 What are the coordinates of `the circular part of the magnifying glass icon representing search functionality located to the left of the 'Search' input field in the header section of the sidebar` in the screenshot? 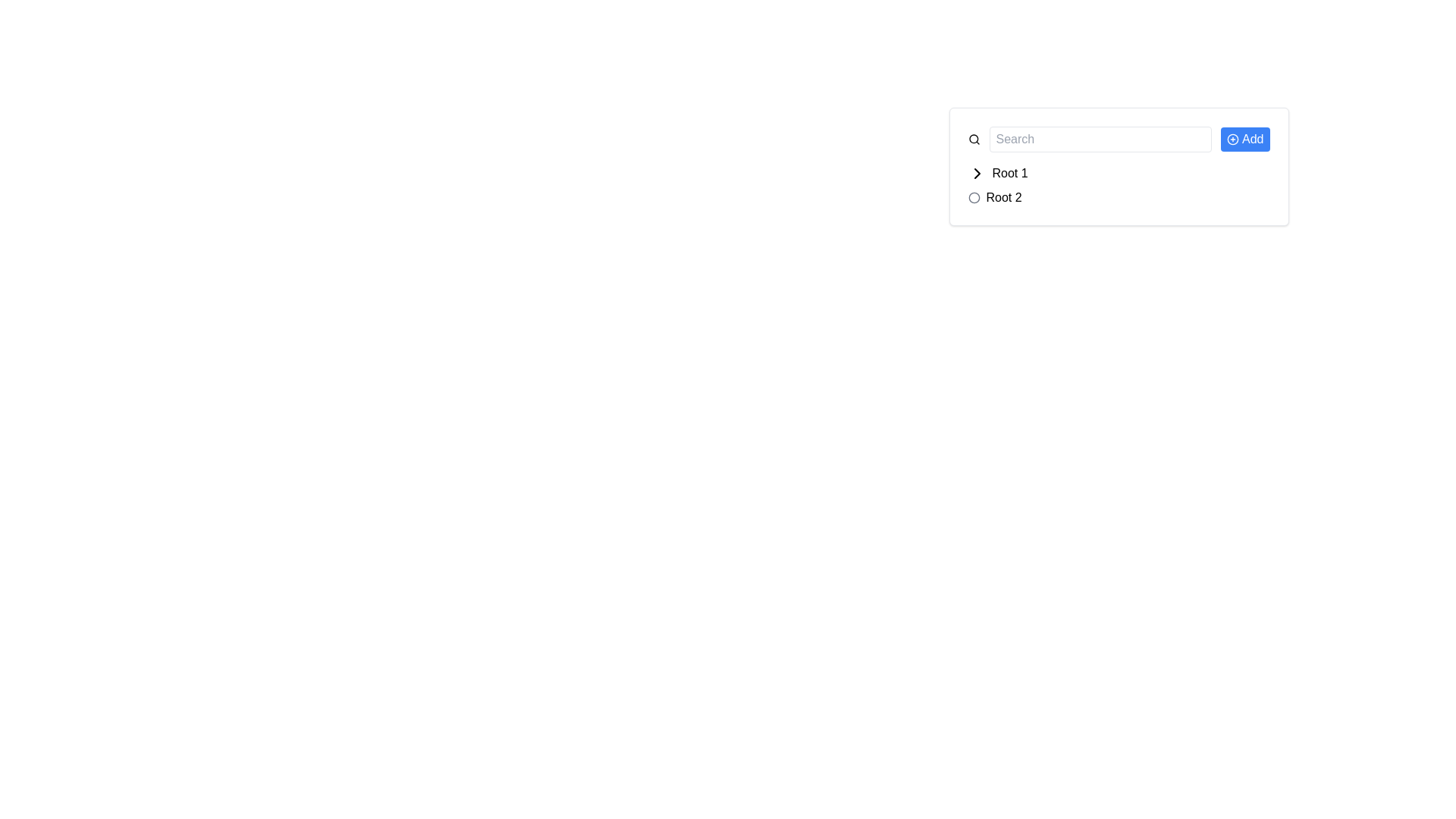 It's located at (973, 139).